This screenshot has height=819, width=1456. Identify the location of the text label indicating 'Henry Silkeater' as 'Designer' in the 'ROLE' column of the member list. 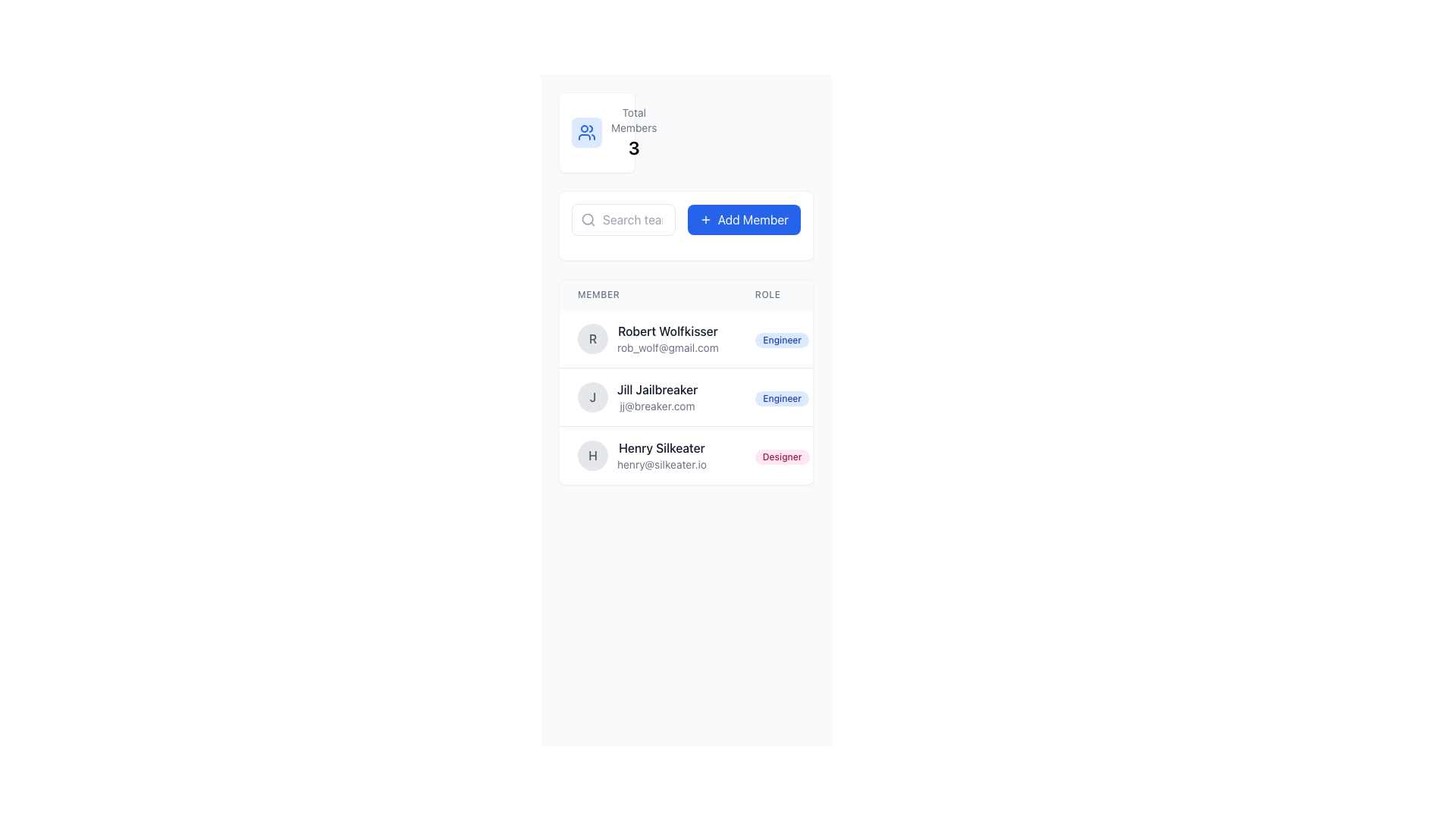
(782, 456).